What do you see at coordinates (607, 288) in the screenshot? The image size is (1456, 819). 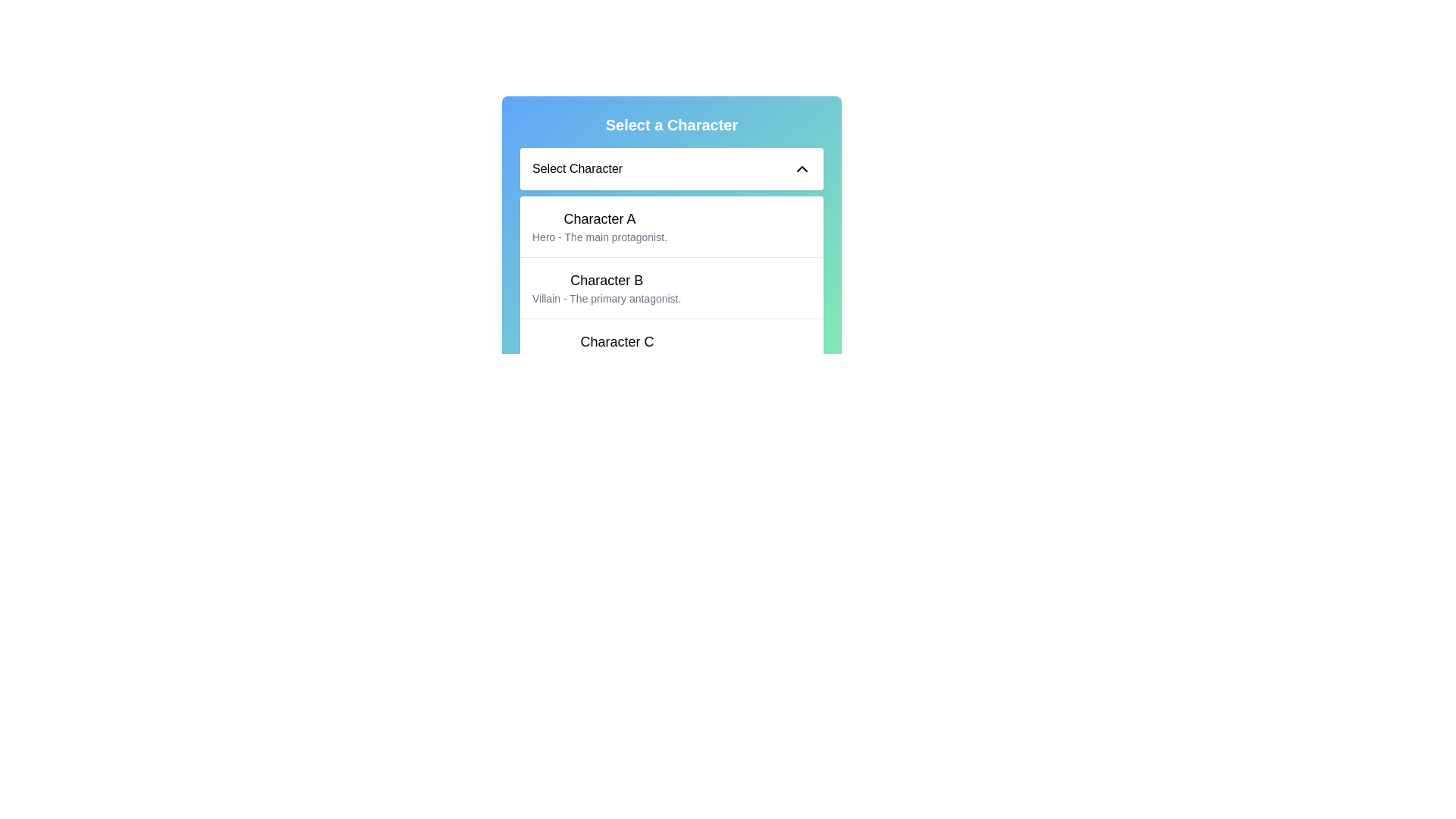 I see `the selectable item for 'Character B' in the character selection dropdown menu` at bounding box center [607, 288].